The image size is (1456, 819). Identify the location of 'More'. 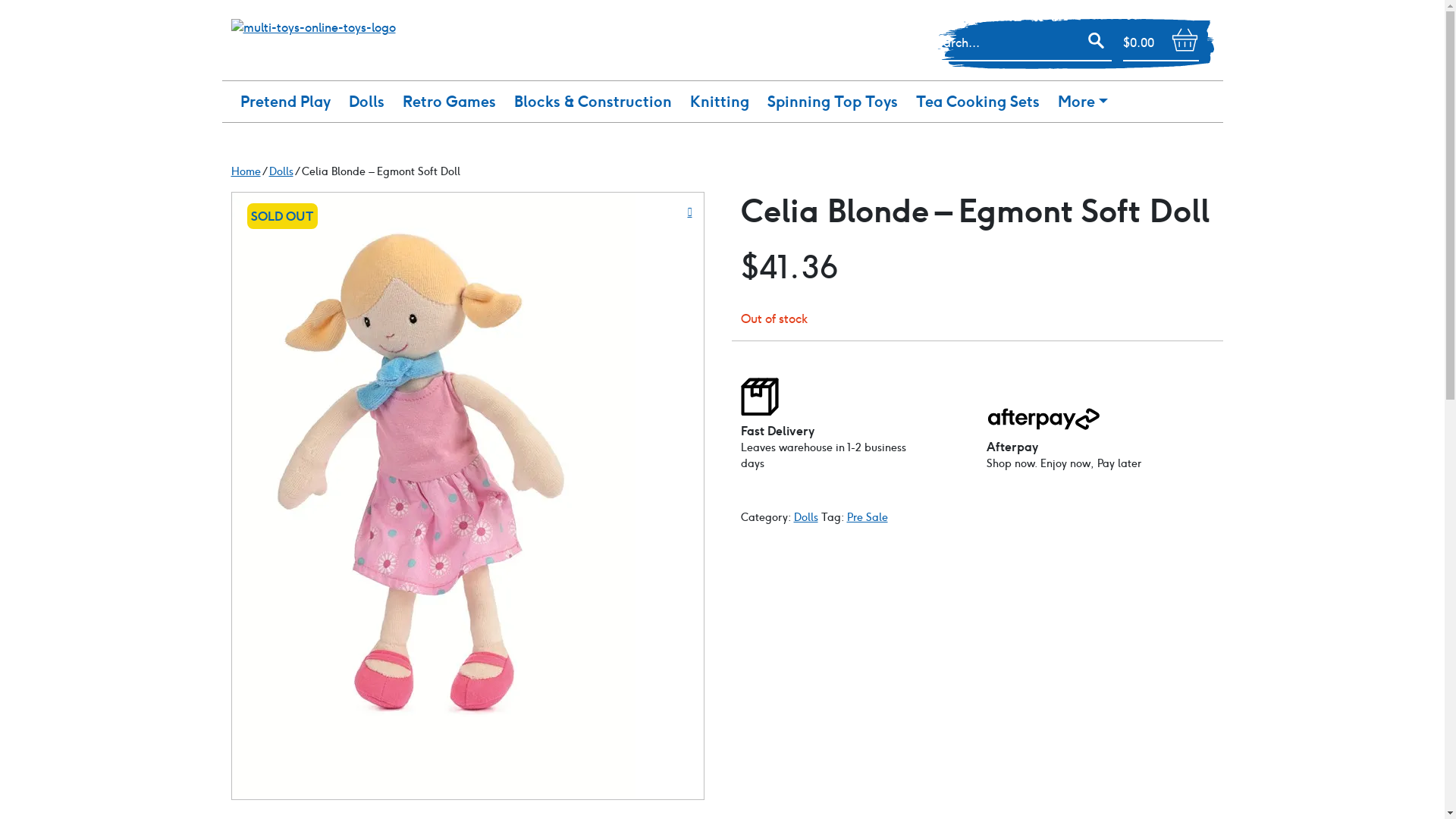
(1081, 102).